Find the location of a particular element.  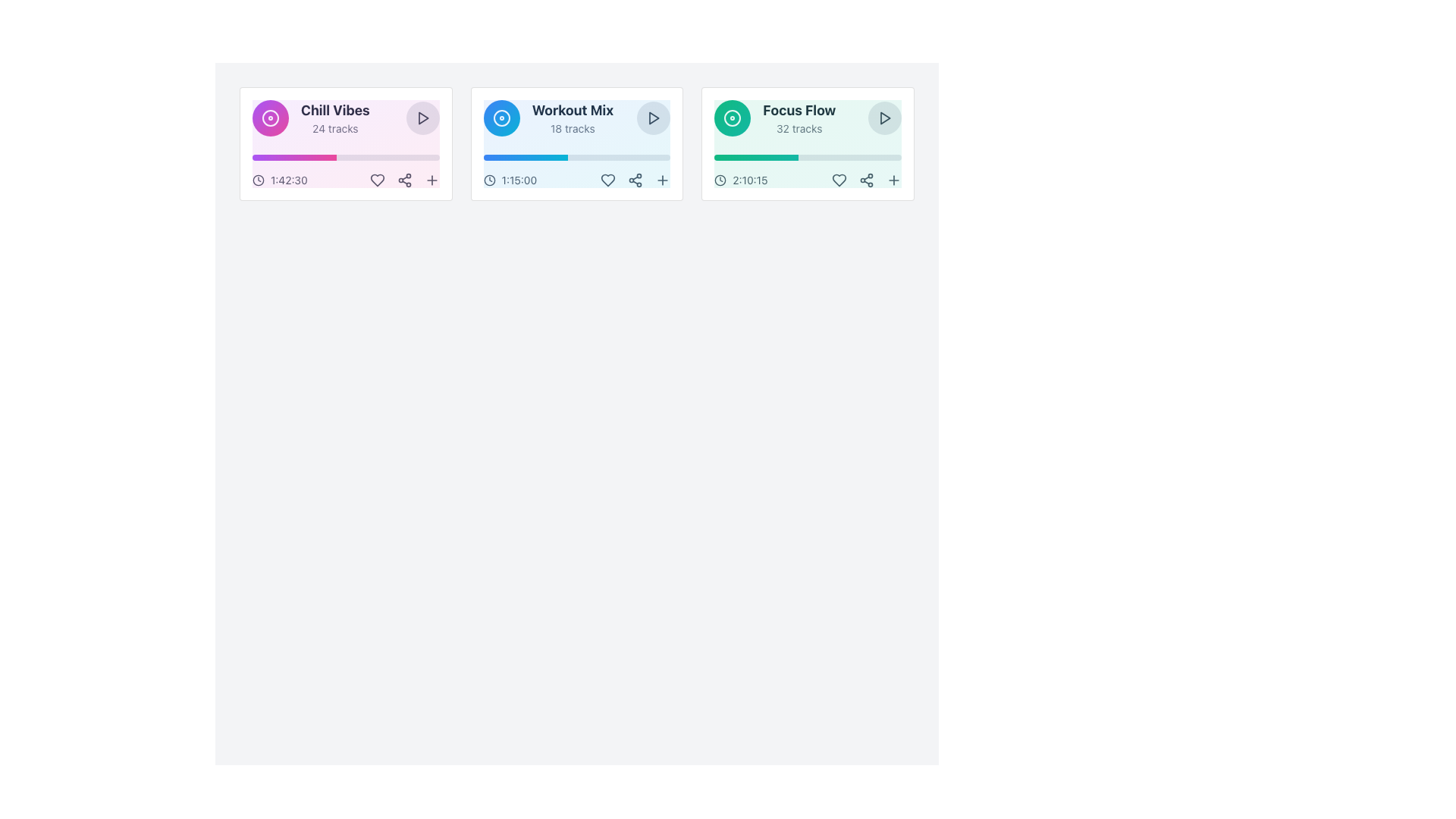

the circular decorative element with a gradient color transitioning from blue to cyan, located above the 'Workout Mix' text is located at coordinates (501, 117).